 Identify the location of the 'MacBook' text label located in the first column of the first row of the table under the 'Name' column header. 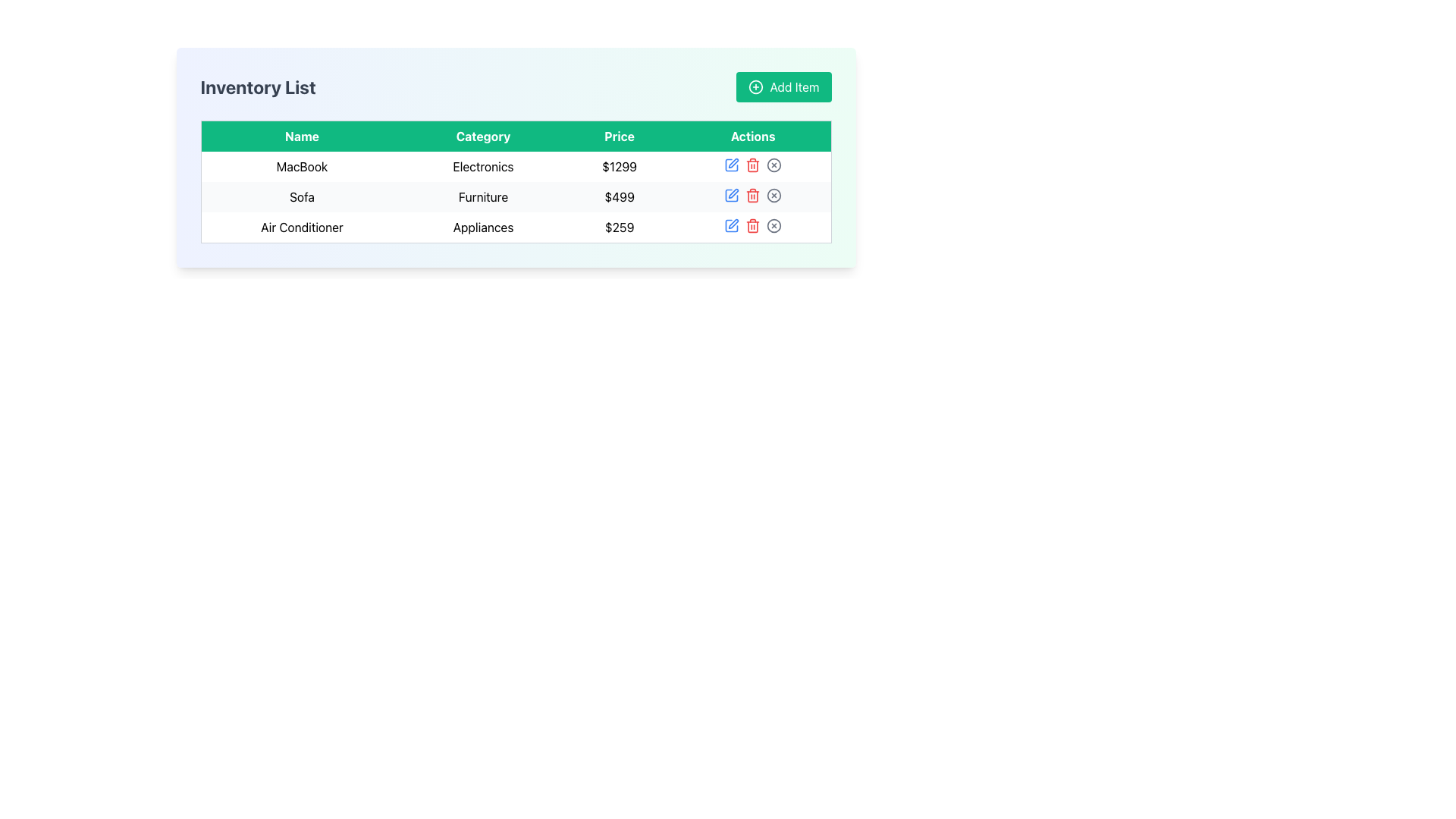
(302, 166).